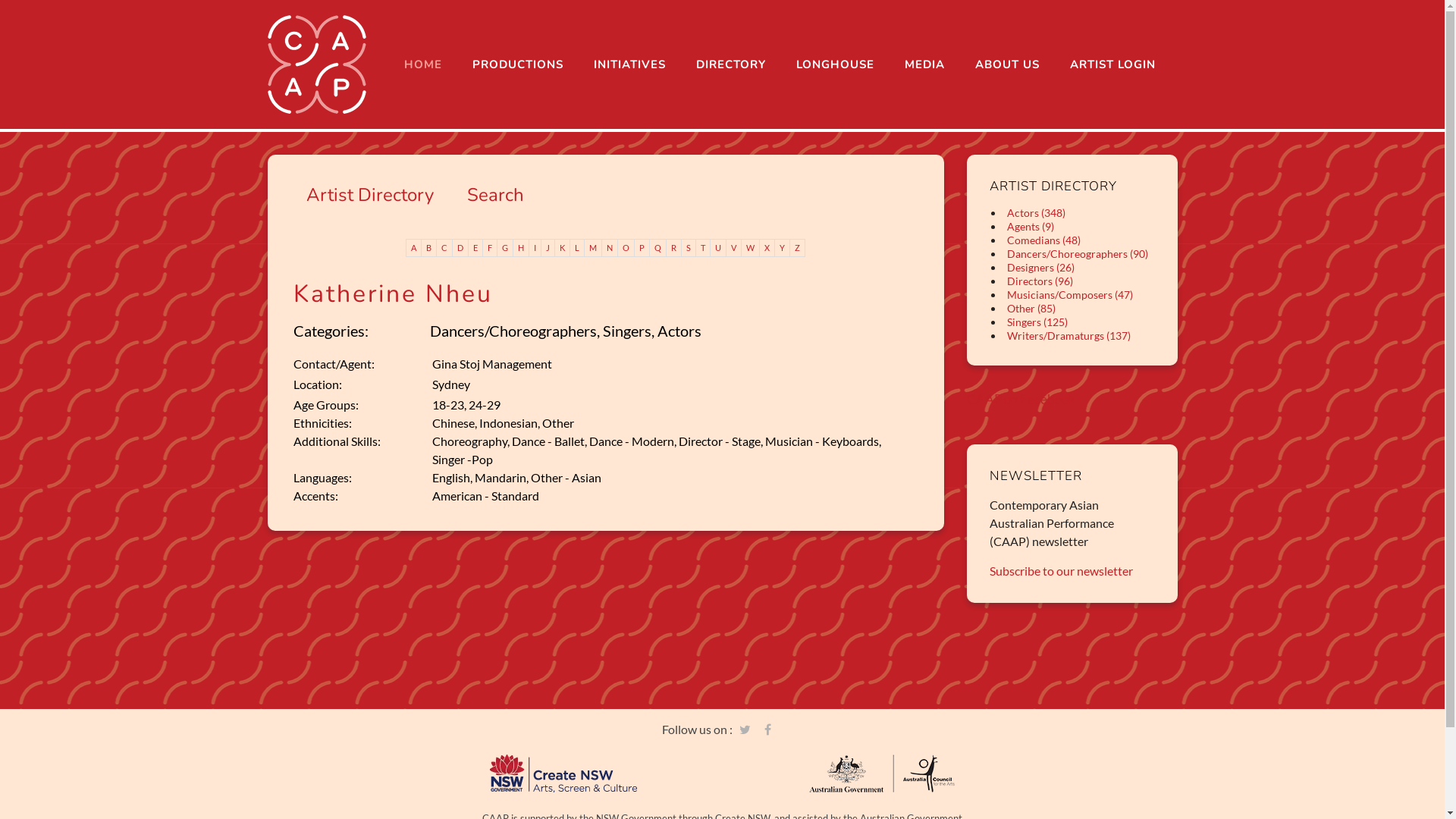 The height and width of the screenshot is (819, 1456). Describe the element at coordinates (428, 247) in the screenshot. I see `'B'` at that location.